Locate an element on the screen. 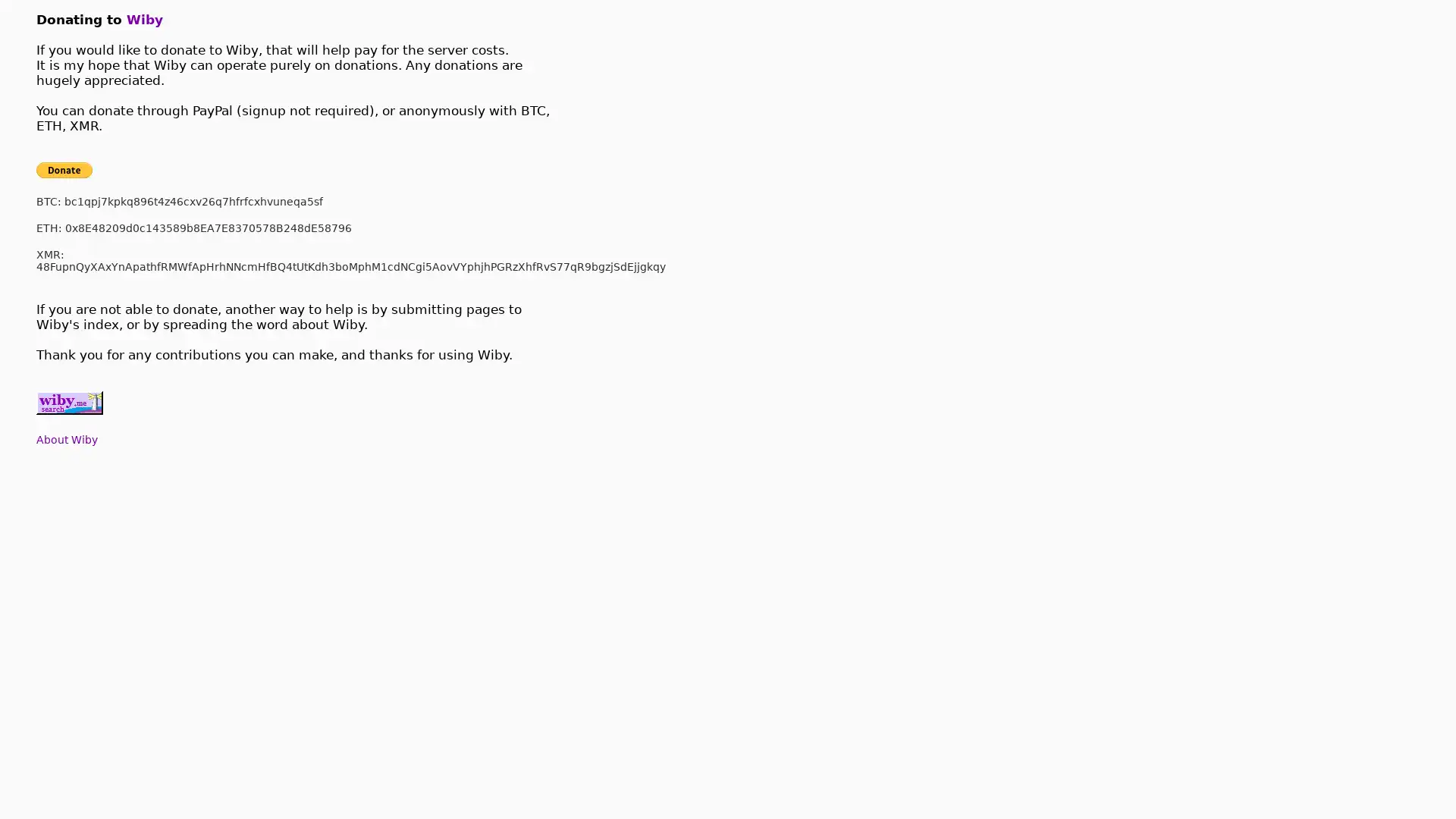 Image resolution: width=1456 pixels, height=819 pixels. Donate with PayPal button is located at coordinates (64, 170).